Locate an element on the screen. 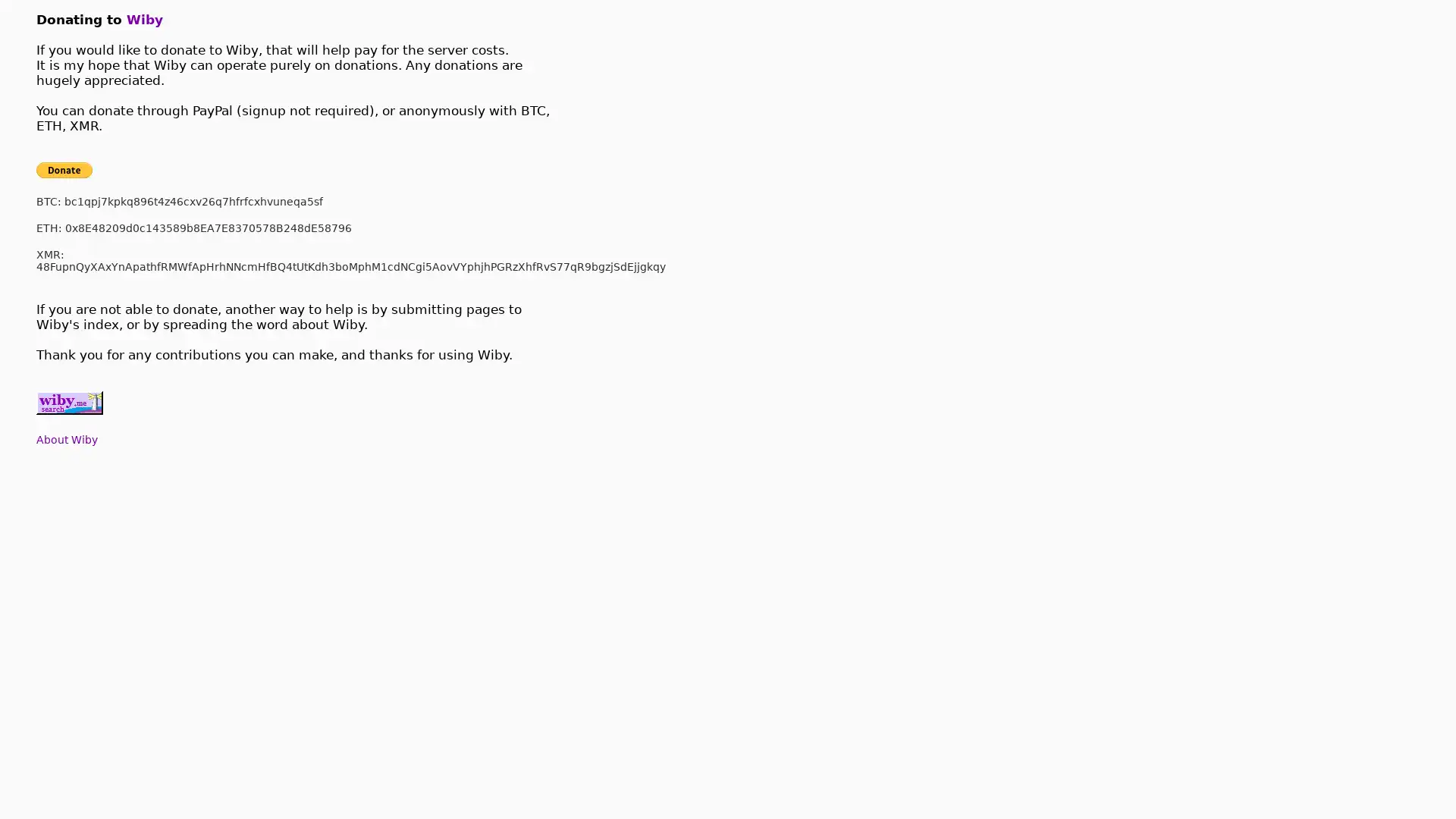 Image resolution: width=1456 pixels, height=819 pixels. Donate with PayPal button is located at coordinates (64, 170).